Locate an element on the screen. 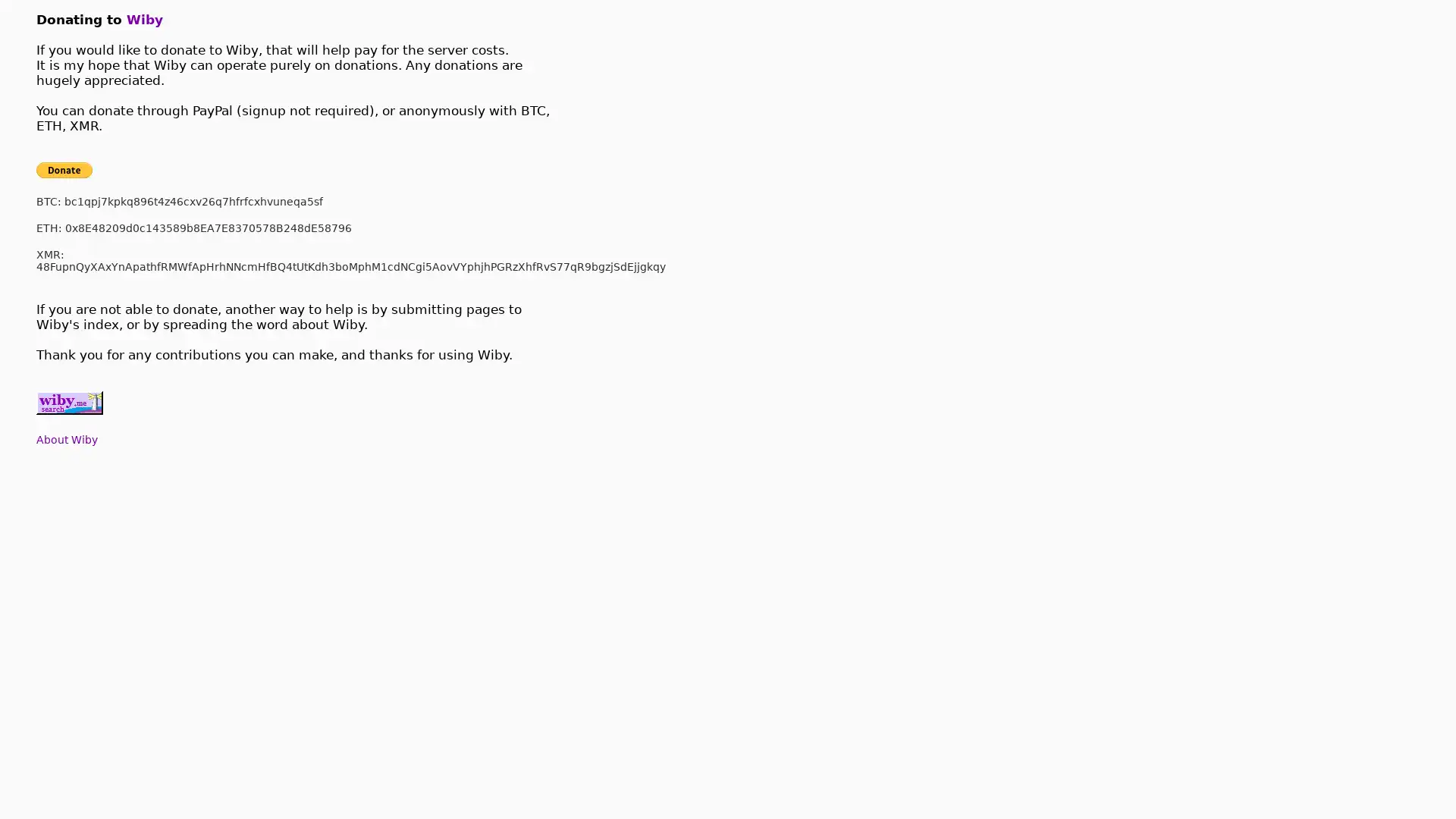 Image resolution: width=1456 pixels, height=819 pixels. Donate with PayPal button is located at coordinates (64, 170).